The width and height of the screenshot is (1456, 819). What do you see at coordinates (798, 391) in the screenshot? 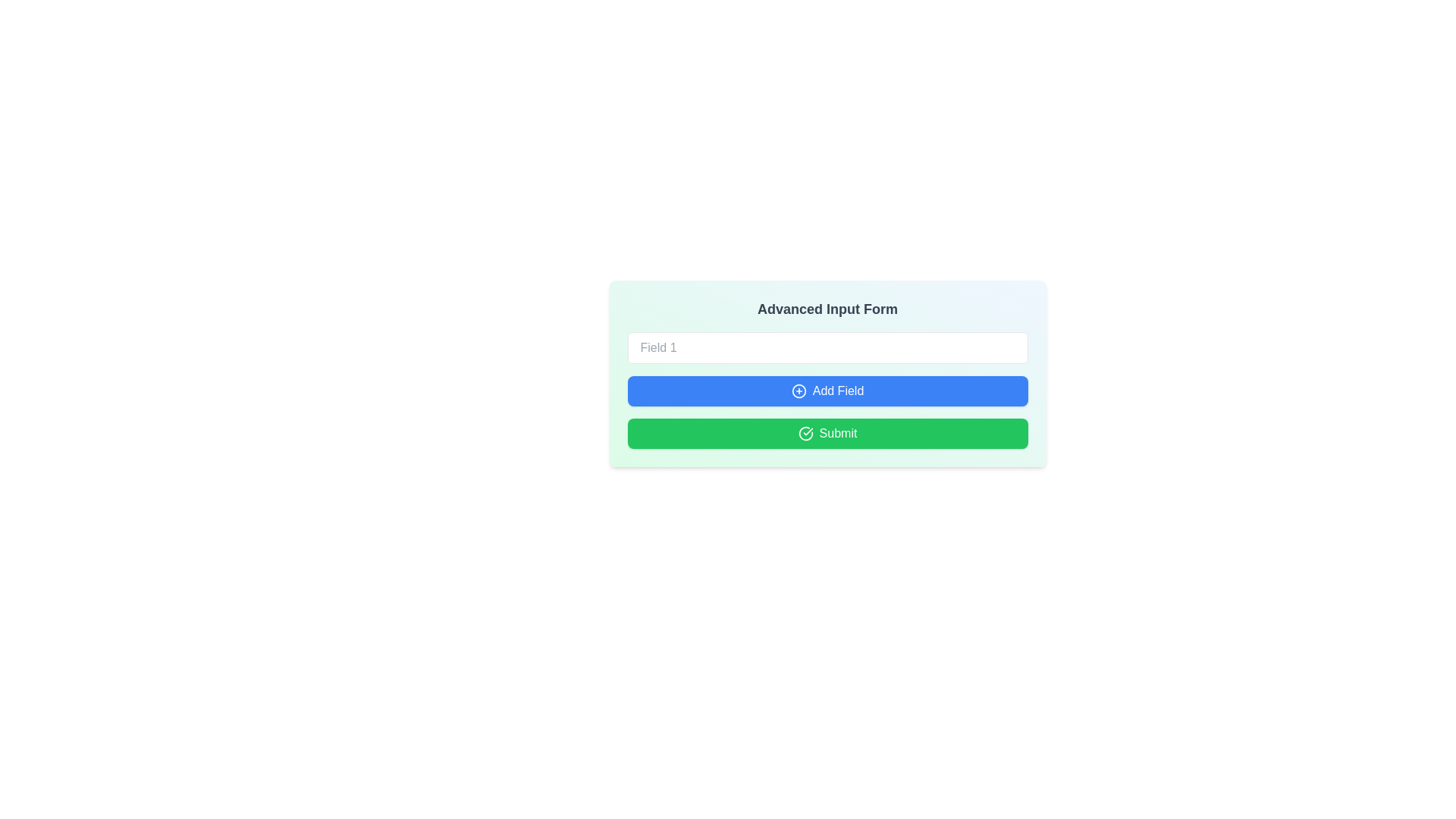
I see `the circular graphic part of the 'plus in a circle' SVG icon, which is located on the blue button labeled 'Add Field' under the input field 'Field 1'` at bounding box center [798, 391].